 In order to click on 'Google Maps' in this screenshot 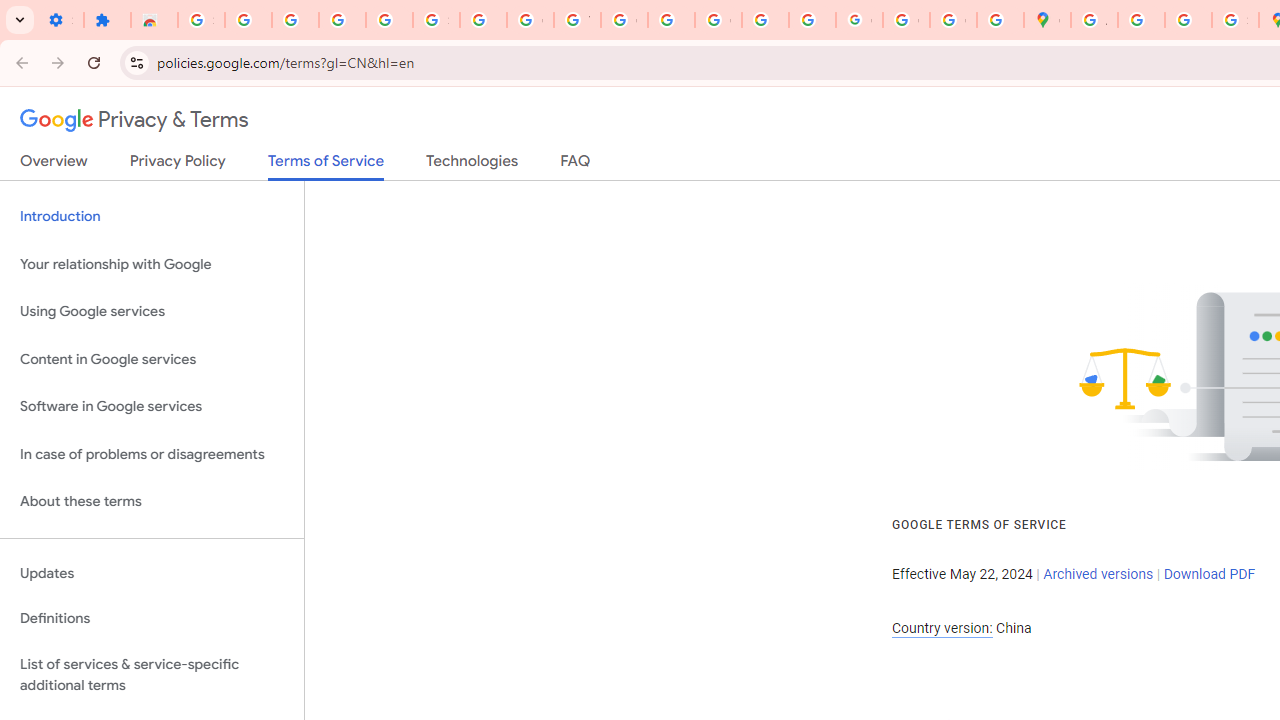, I will do `click(1046, 20)`.